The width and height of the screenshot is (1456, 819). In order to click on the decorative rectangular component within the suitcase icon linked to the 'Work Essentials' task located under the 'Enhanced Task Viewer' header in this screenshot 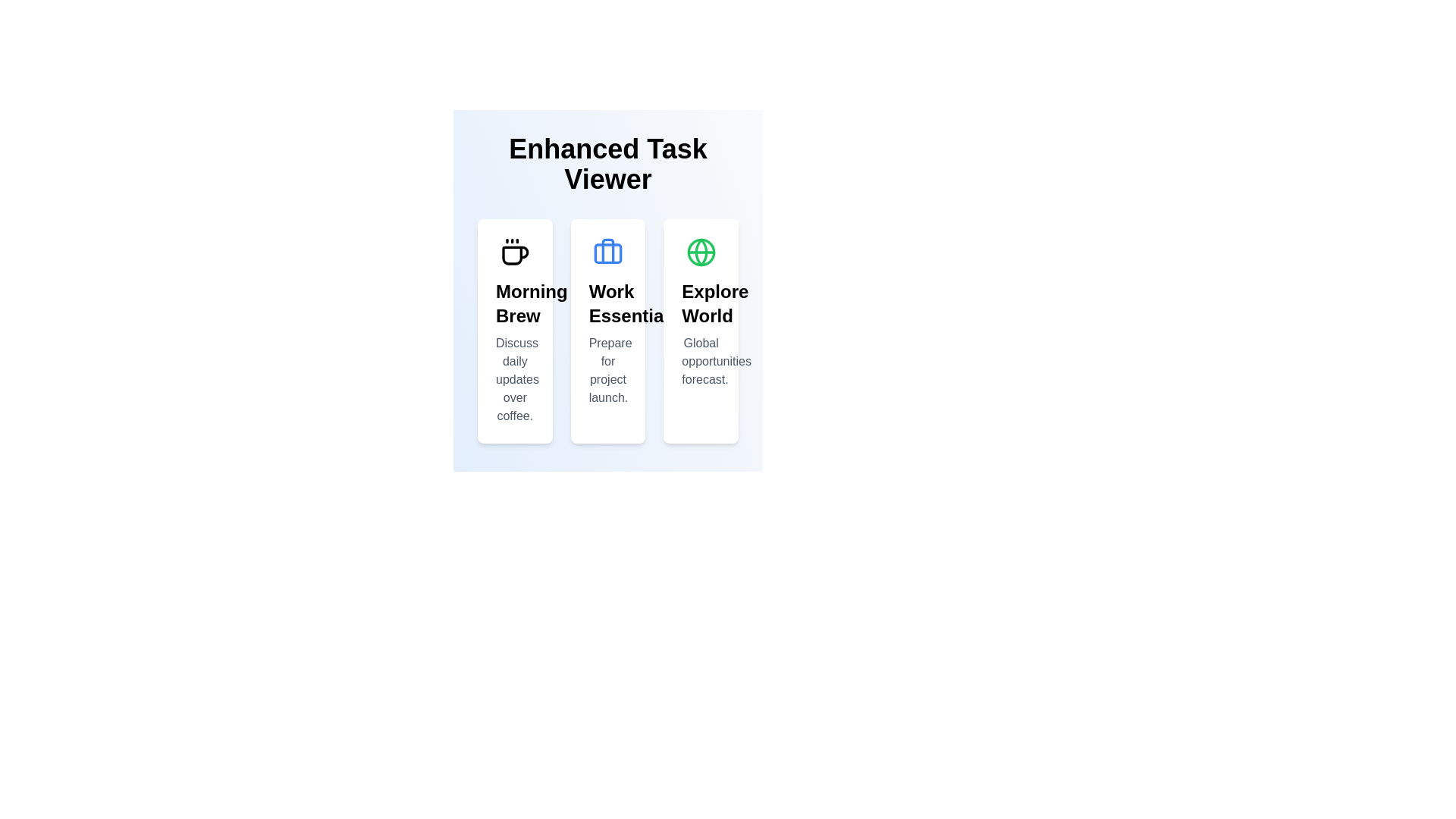, I will do `click(607, 253)`.